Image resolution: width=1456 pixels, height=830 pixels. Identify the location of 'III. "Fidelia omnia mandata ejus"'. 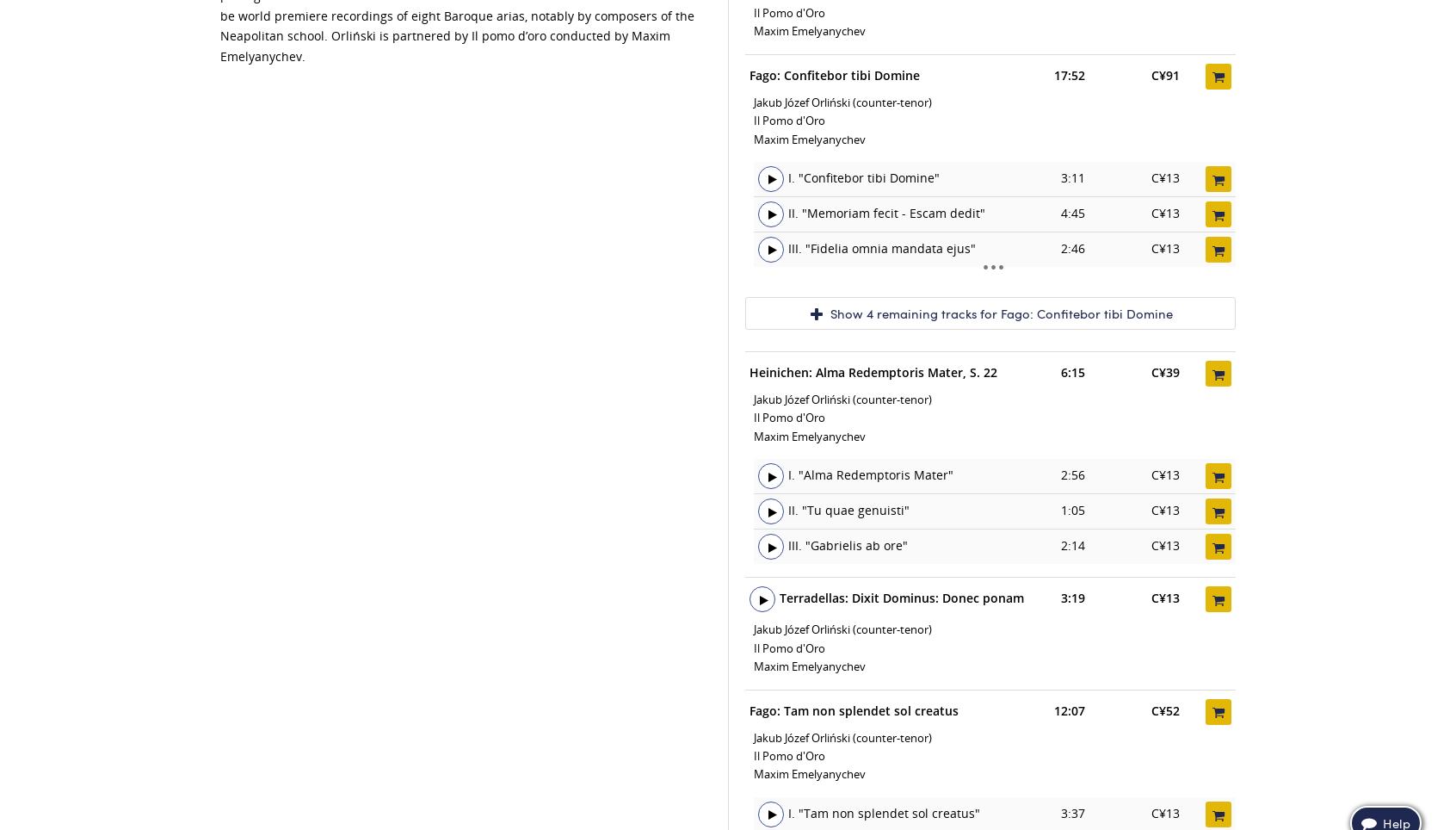
(881, 248).